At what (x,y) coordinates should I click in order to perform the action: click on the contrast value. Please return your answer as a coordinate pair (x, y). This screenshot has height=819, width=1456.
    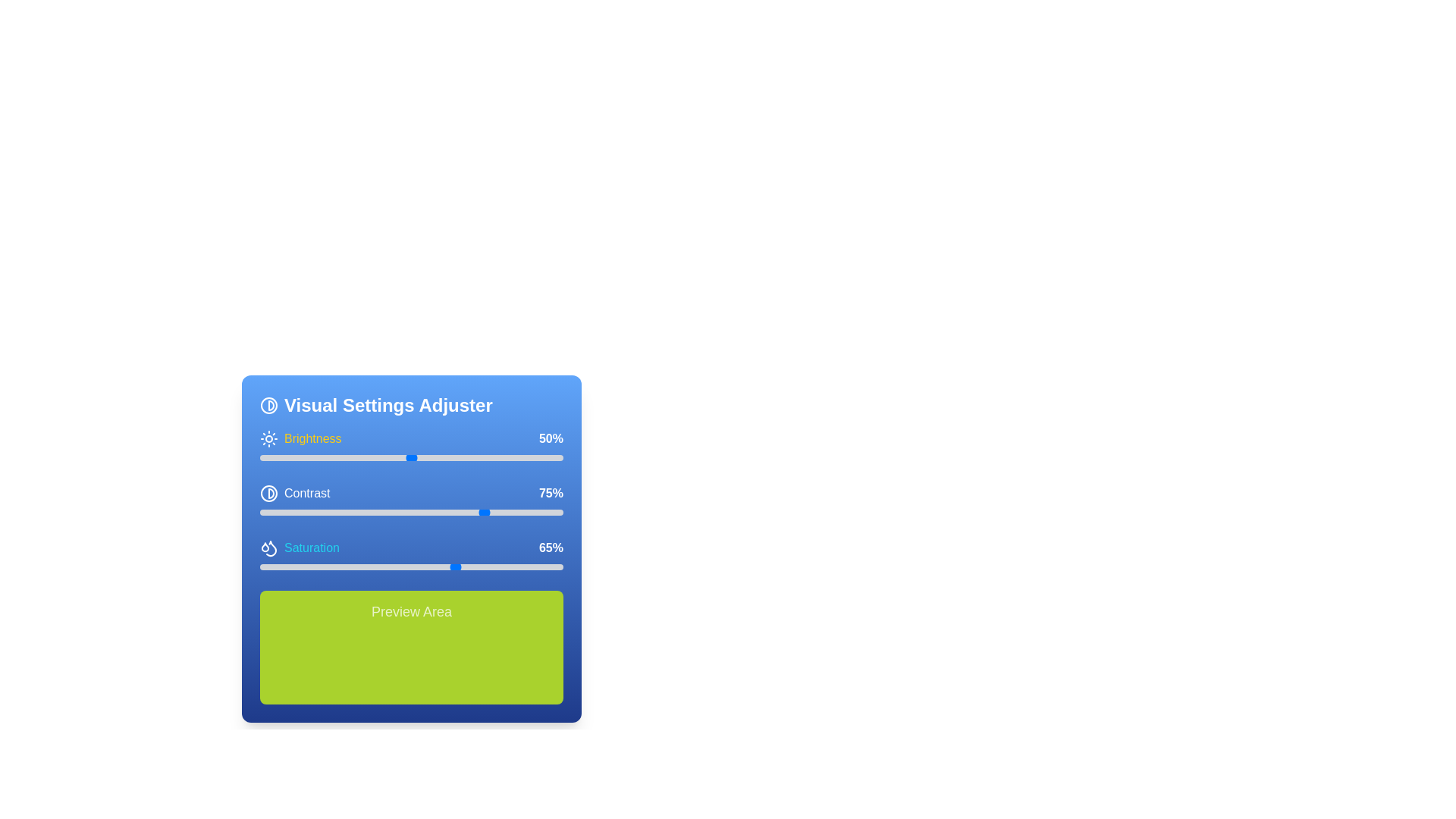
    Looking at the image, I should click on (494, 512).